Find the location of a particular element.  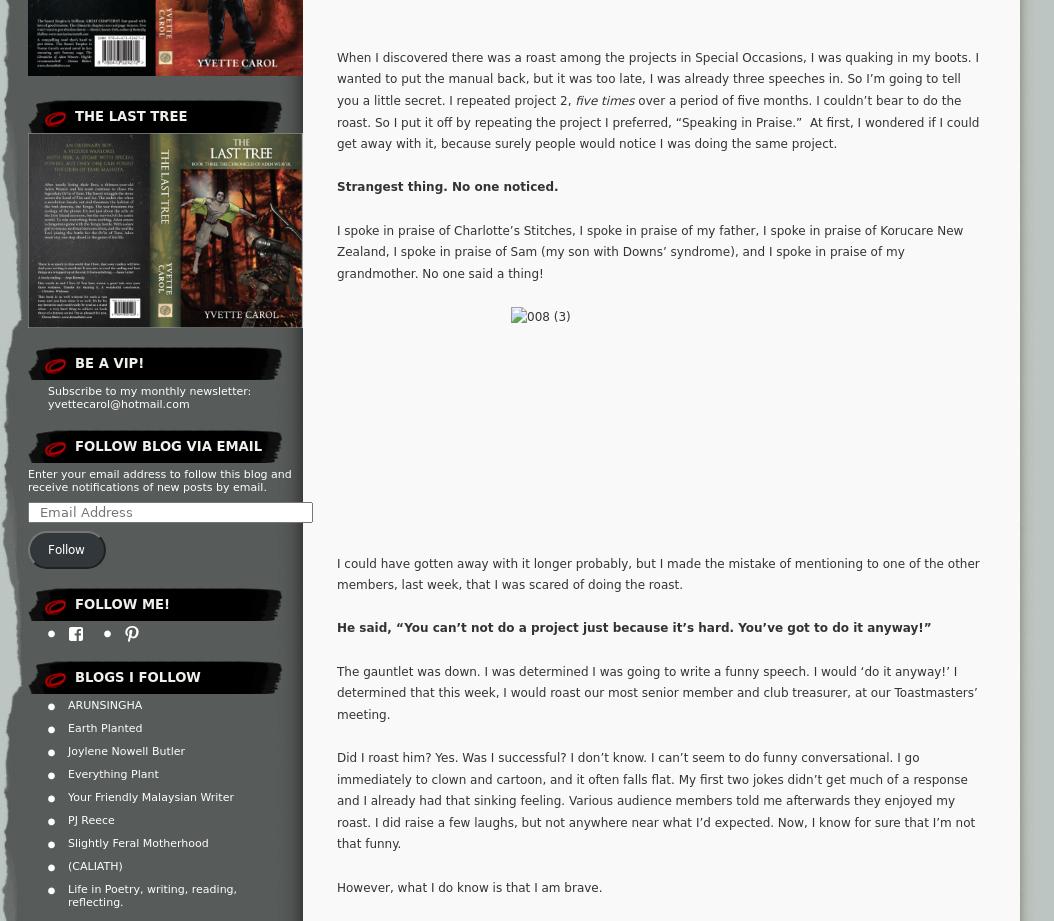

'five times' is located at coordinates (603, 101).